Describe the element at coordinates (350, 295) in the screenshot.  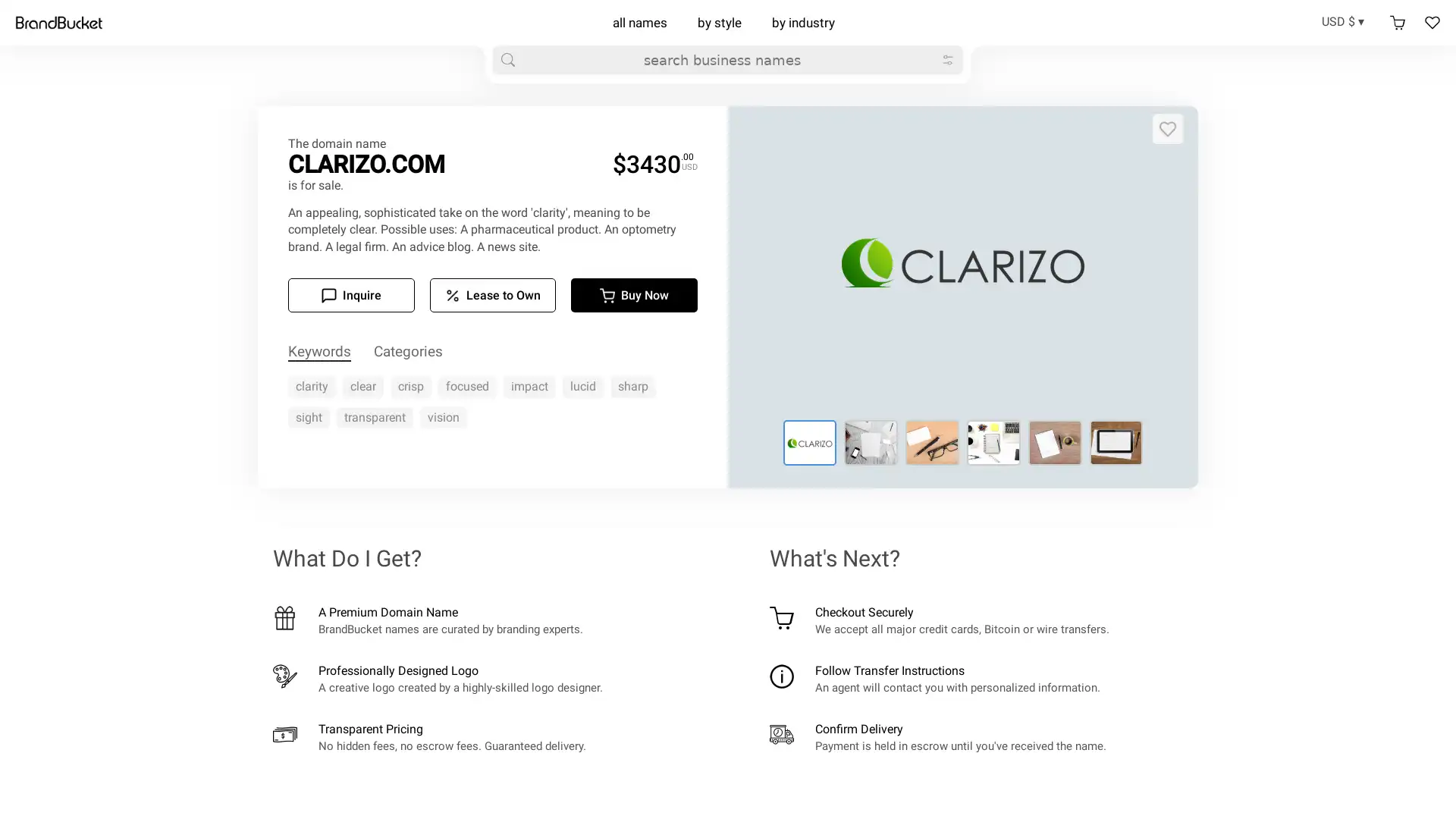
I see `Inquire Inquire` at that location.